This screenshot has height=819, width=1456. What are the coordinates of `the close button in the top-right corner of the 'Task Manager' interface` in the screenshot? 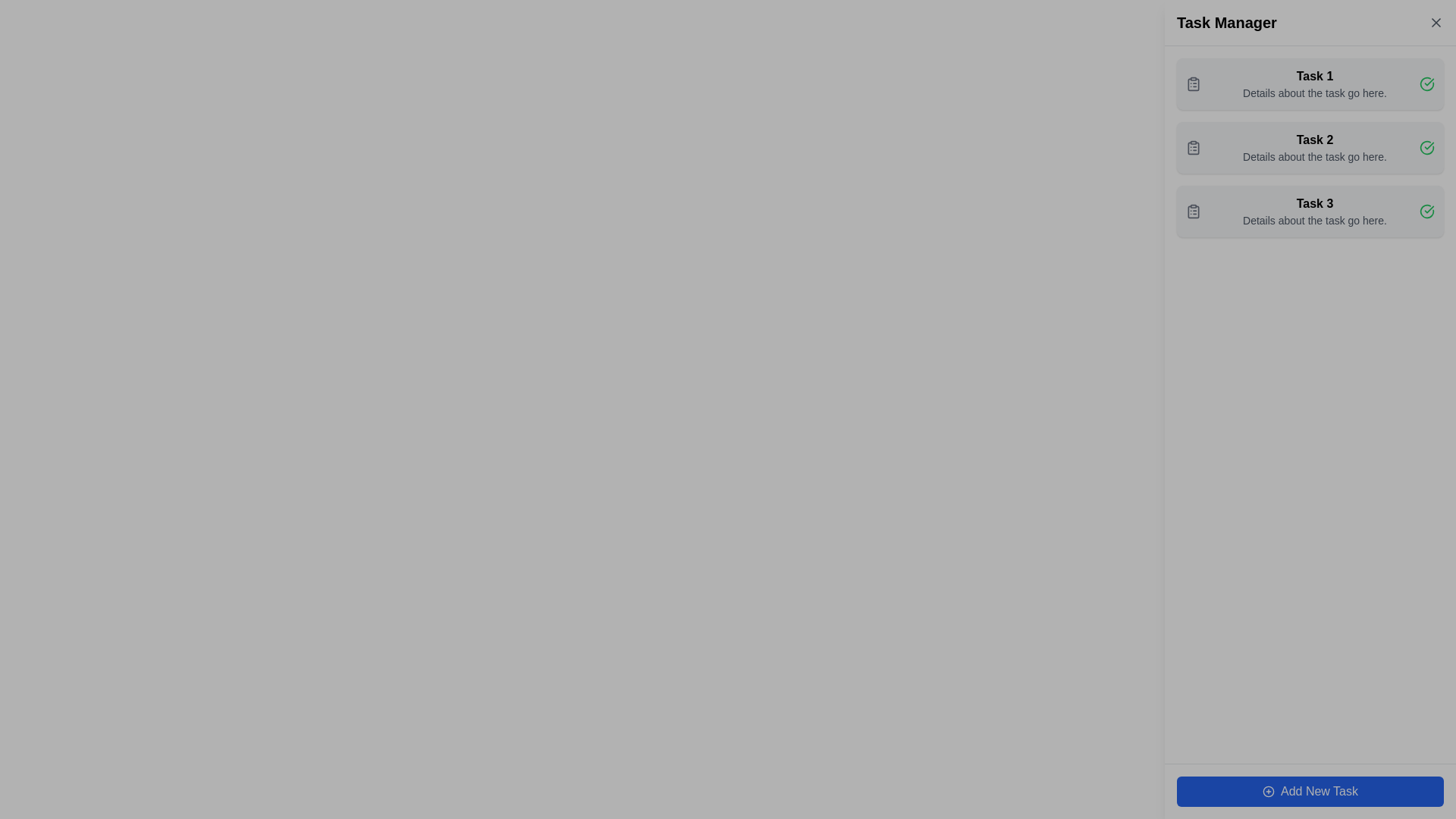 It's located at (1436, 23).